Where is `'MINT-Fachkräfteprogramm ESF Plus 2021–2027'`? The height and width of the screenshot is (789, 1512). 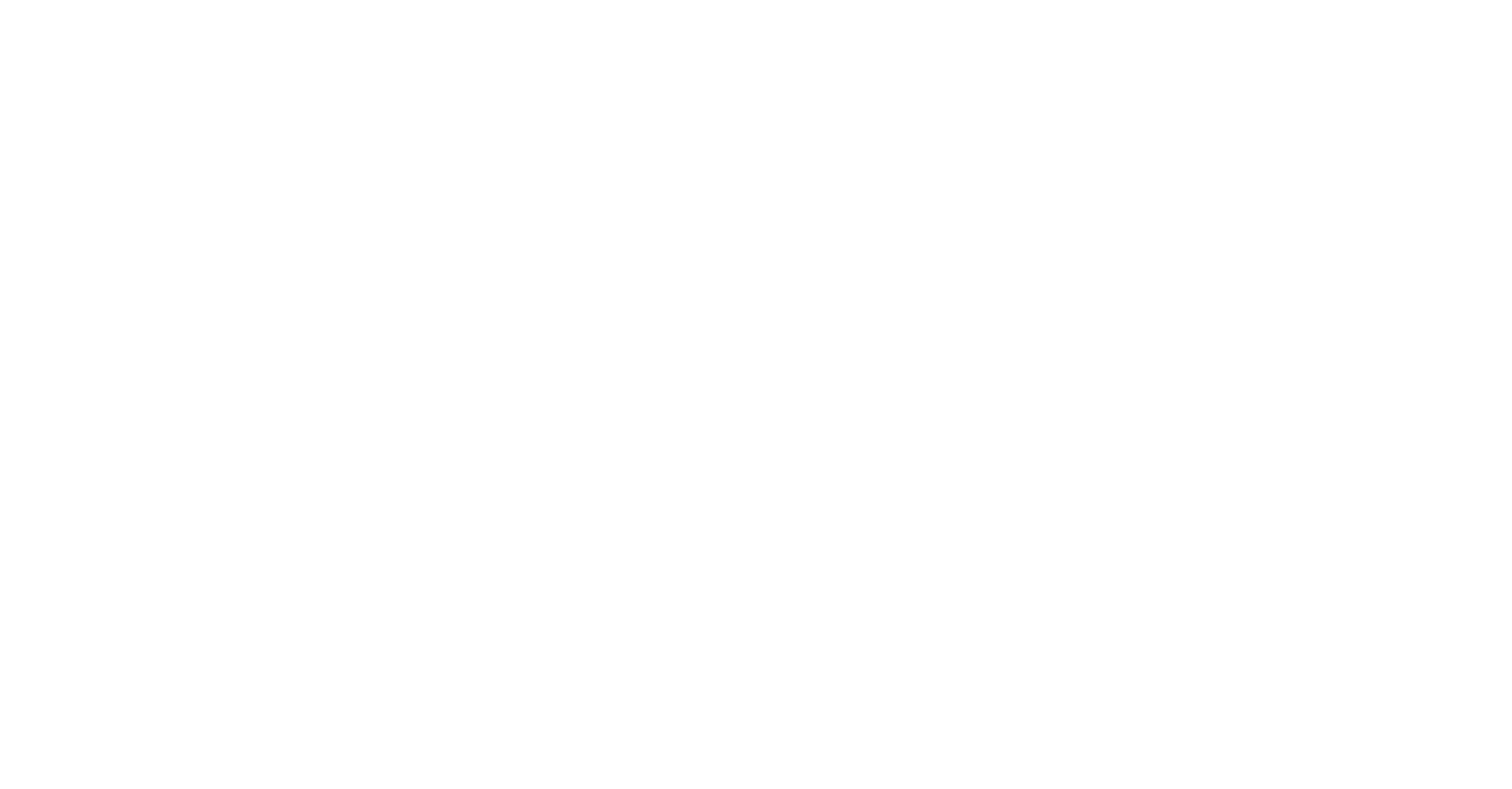 'MINT-Fachkräfteprogramm ESF Plus 2021–2027' is located at coordinates (152, 682).